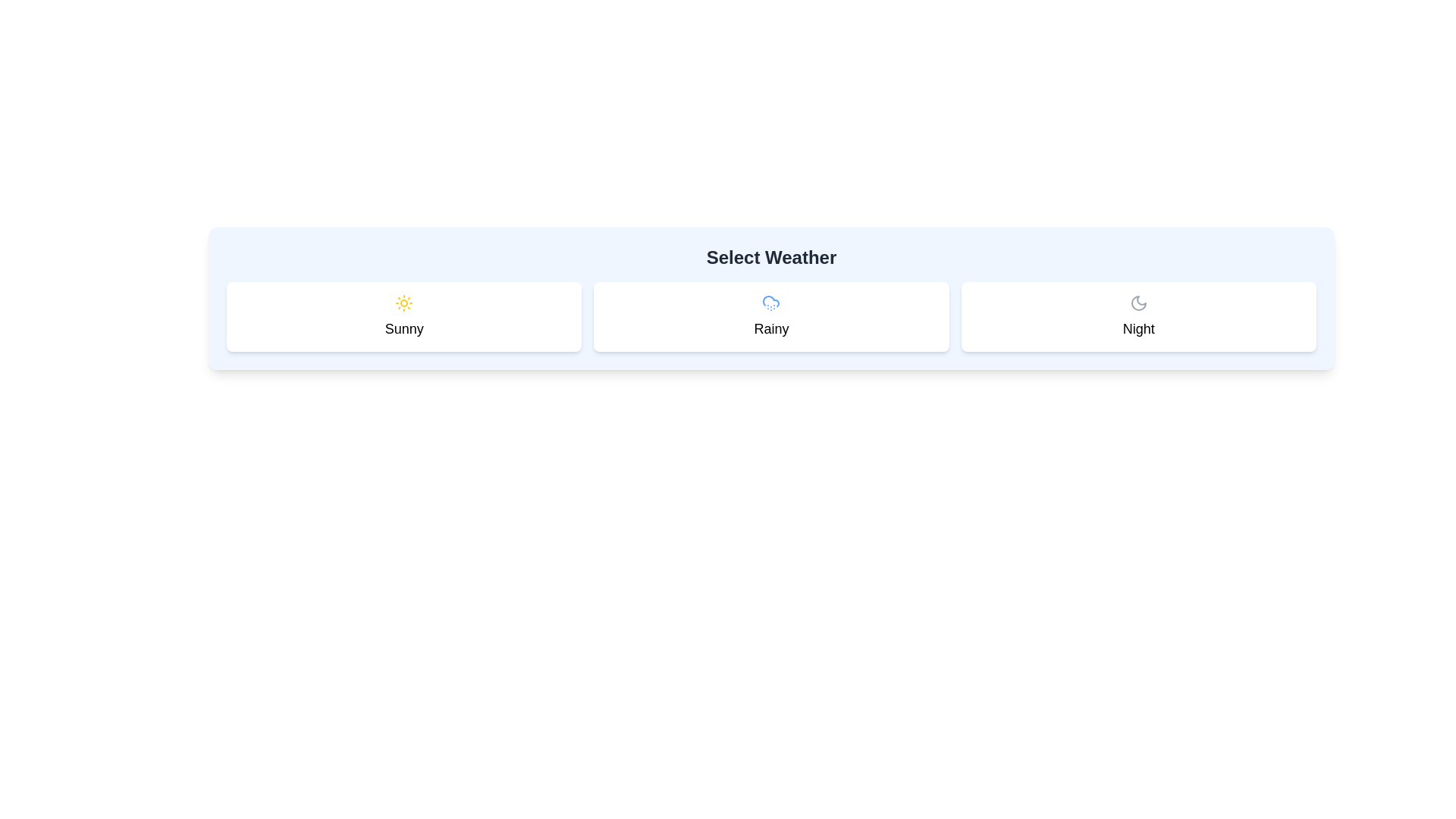 Image resolution: width=1456 pixels, height=819 pixels. What do you see at coordinates (1138, 315) in the screenshot?
I see `the card displaying the text 'Night' and a moon icon` at bounding box center [1138, 315].